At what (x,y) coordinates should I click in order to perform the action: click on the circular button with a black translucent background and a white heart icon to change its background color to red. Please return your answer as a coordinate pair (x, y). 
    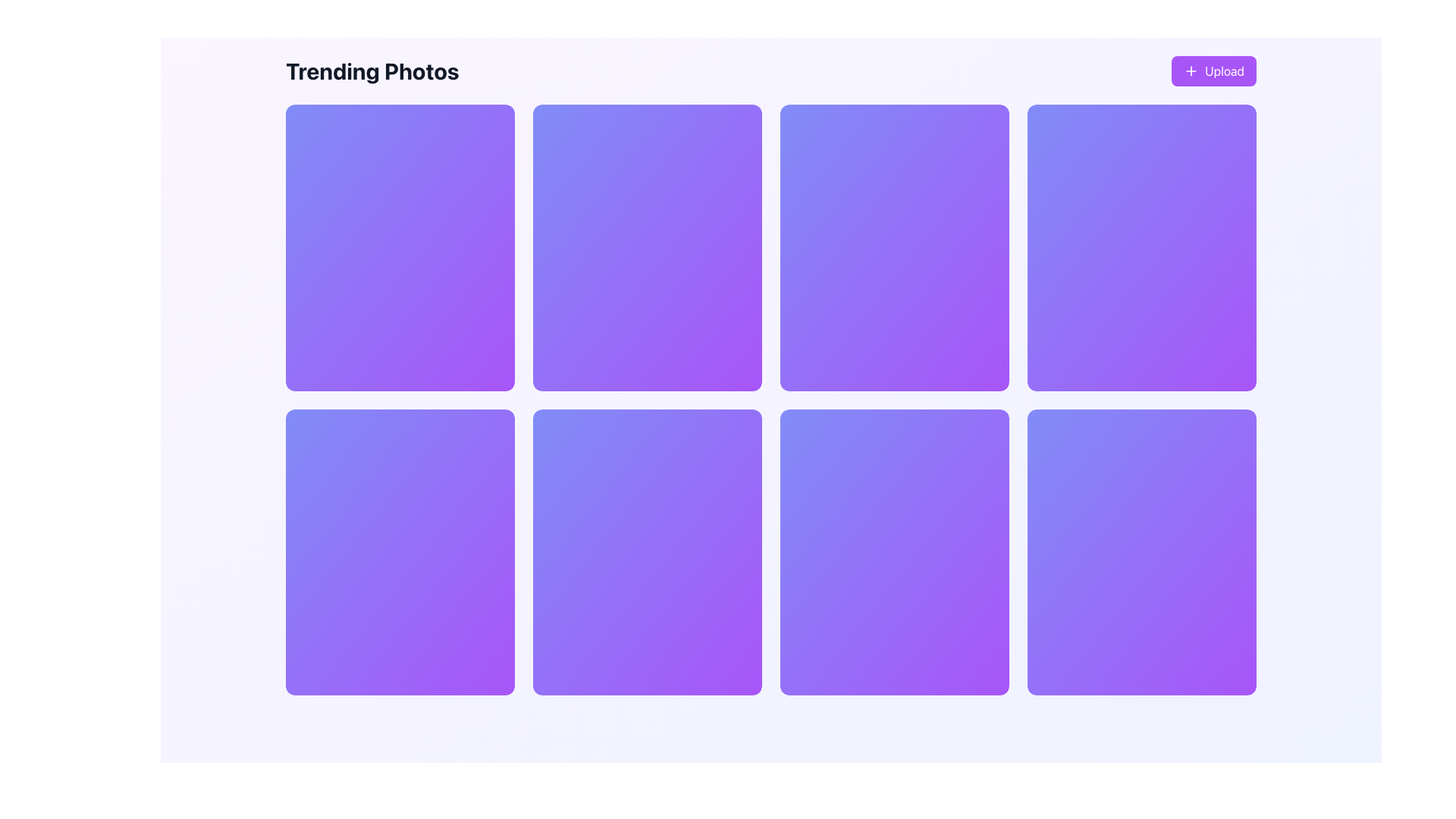
    Looking at the image, I should click on (1171, 127).